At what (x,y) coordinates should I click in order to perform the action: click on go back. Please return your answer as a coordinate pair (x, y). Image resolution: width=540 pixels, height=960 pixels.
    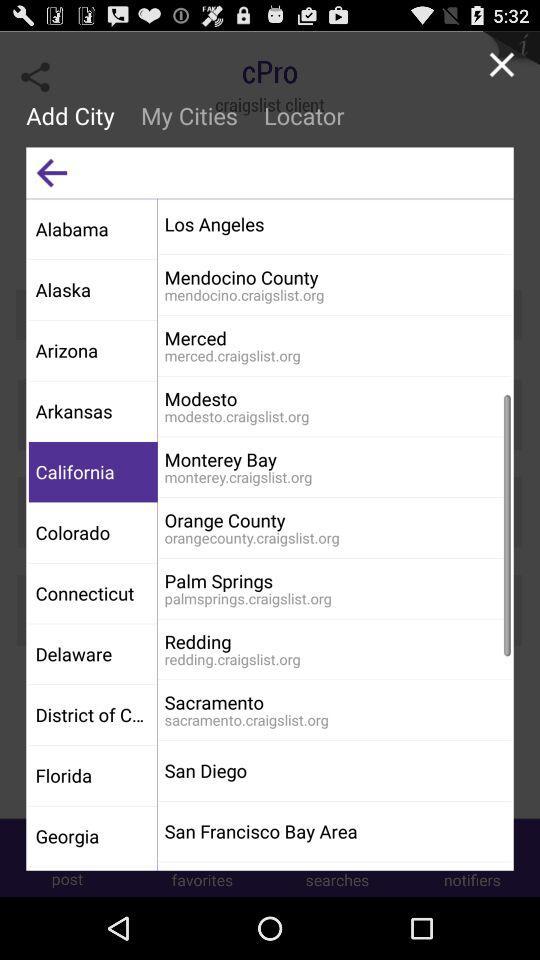
    Looking at the image, I should click on (51, 171).